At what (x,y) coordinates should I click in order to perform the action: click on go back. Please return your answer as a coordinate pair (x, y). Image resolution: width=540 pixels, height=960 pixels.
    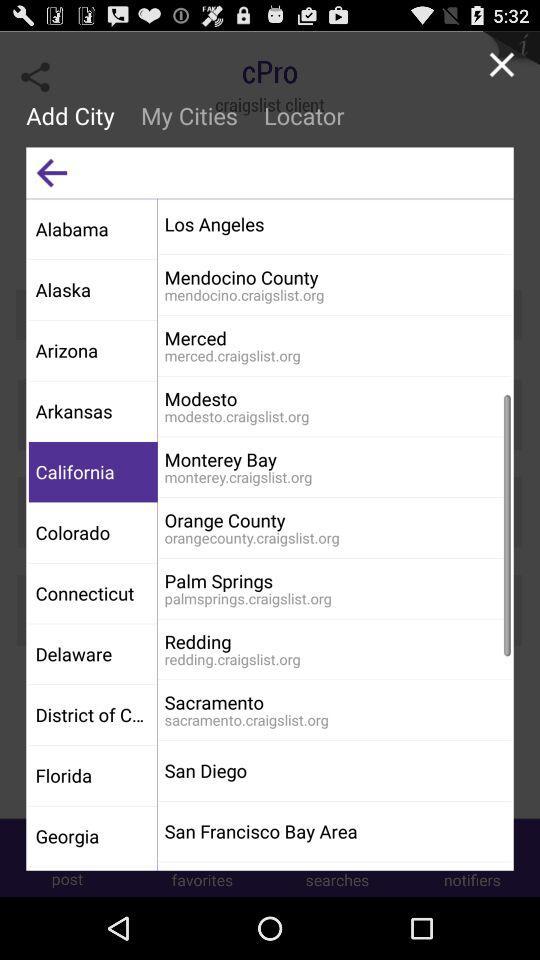
    Looking at the image, I should click on (51, 171).